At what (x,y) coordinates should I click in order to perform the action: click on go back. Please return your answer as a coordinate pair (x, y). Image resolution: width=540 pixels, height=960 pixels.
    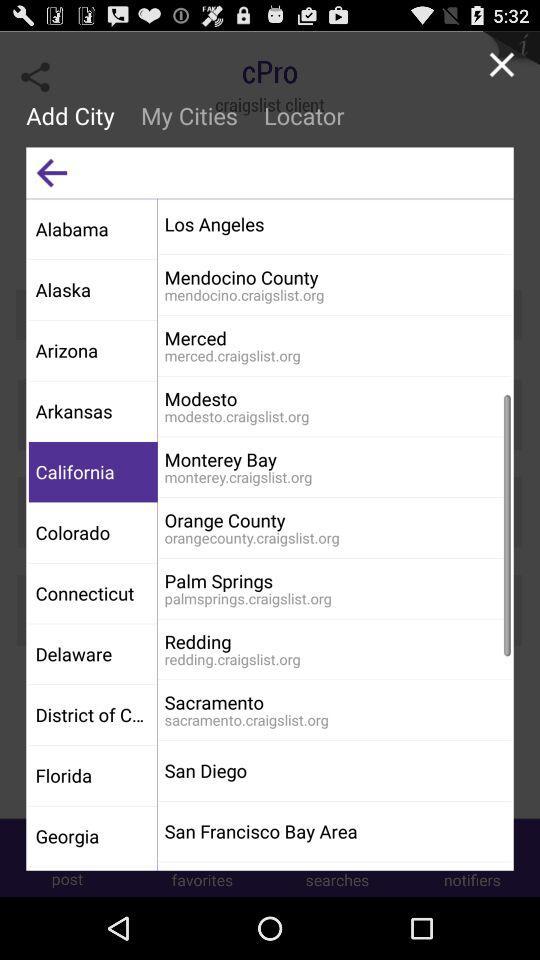
    Looking at the image, I should click on (51, 171).